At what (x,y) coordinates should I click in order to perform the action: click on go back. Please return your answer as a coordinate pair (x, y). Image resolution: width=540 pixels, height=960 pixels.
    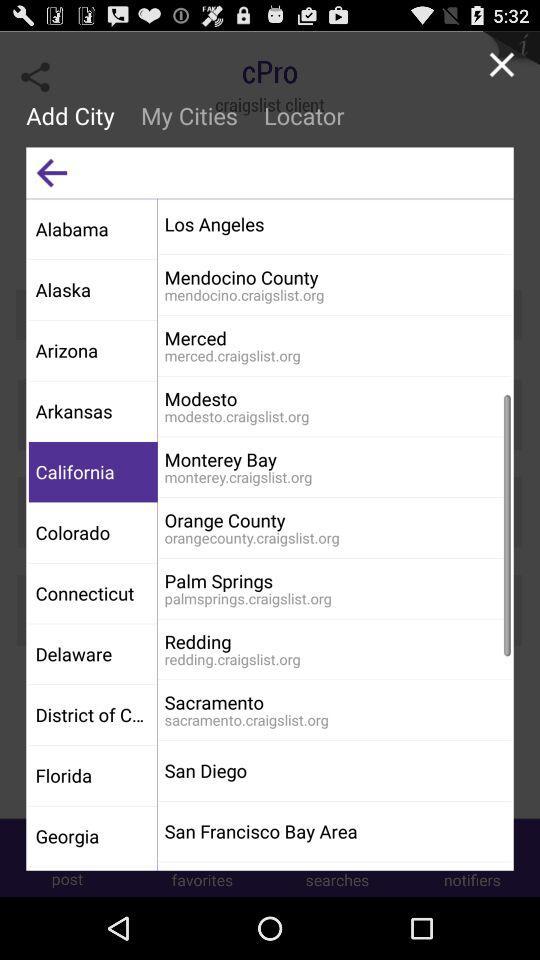
    Looking at the image, I should click on (51, 171).